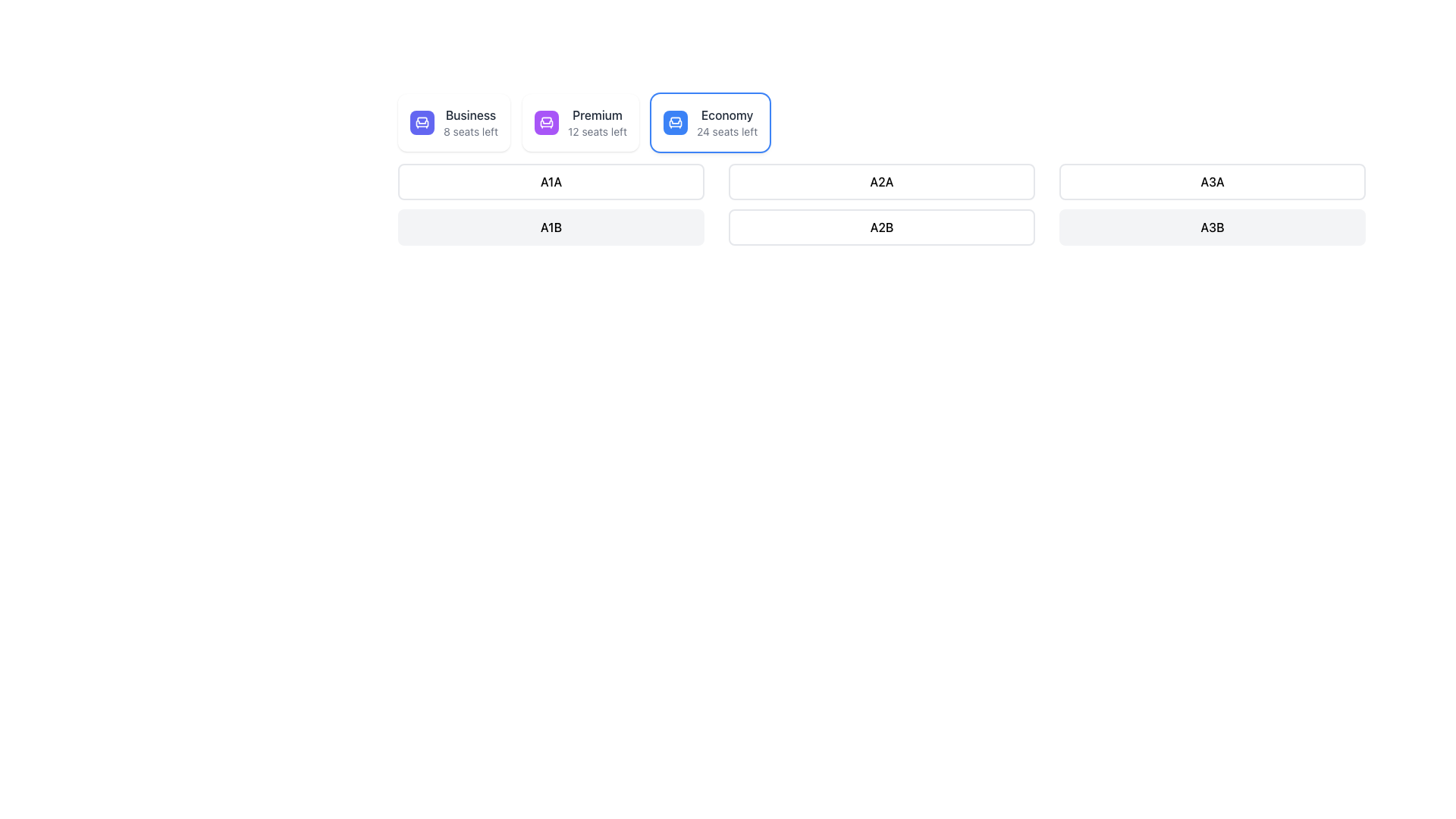 Image resolution: width=1456 pixels, height=819 pixels. Describe the element at coordinates (469, 130) in the screenshot. I see `the static text label providing information about the availability of seats in the 'Business' category, located directly beneath the 'Business' label` at that location.